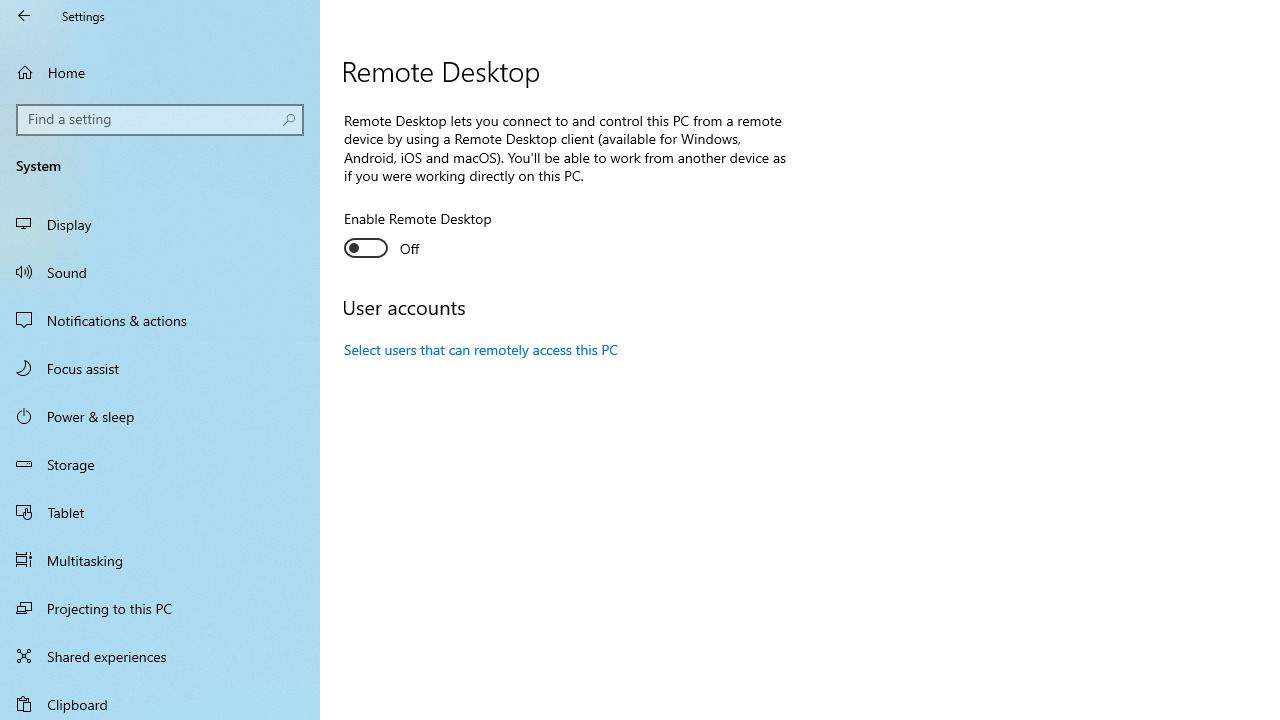 The image size is (1280, 720). I want to click on 'Select users that can remotely access this PC', so click(481, 348).